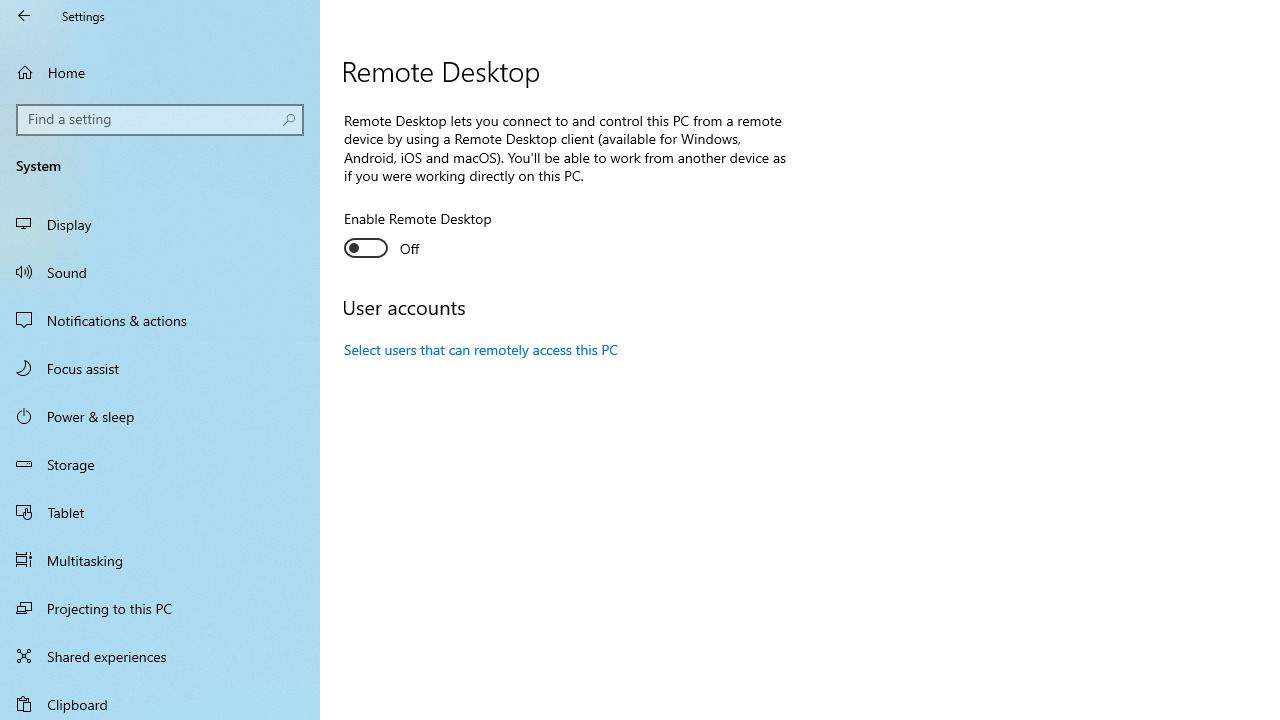 The image size is (1280, 720). I want to click on 'Select users that can remotely access this PC', so click(481, 348).